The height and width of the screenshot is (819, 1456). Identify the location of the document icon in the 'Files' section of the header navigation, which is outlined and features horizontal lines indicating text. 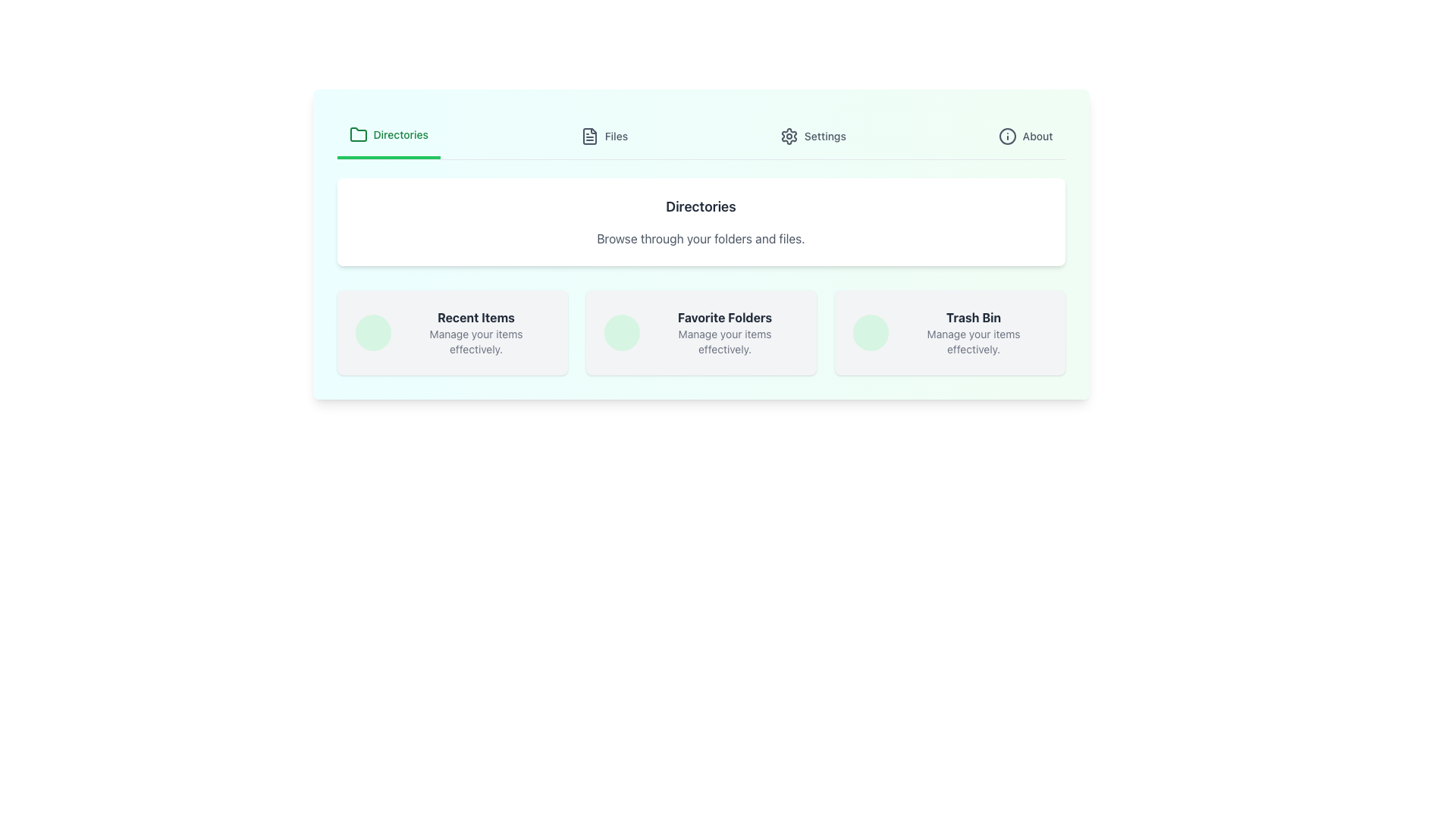
(588, 136).